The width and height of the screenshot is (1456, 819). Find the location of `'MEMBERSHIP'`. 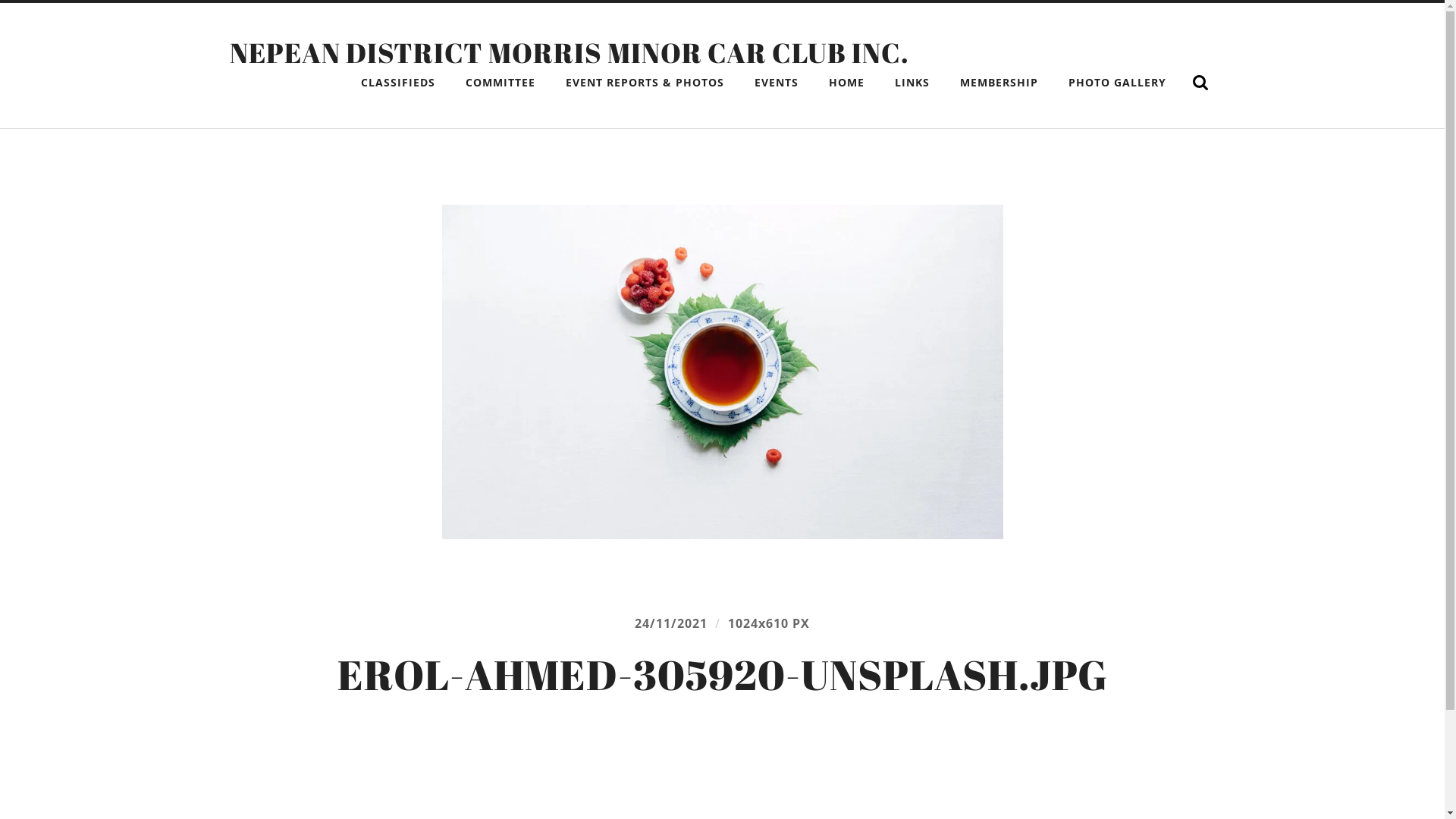

'MEMBERSHIP' is located at coordinates (998, 82).